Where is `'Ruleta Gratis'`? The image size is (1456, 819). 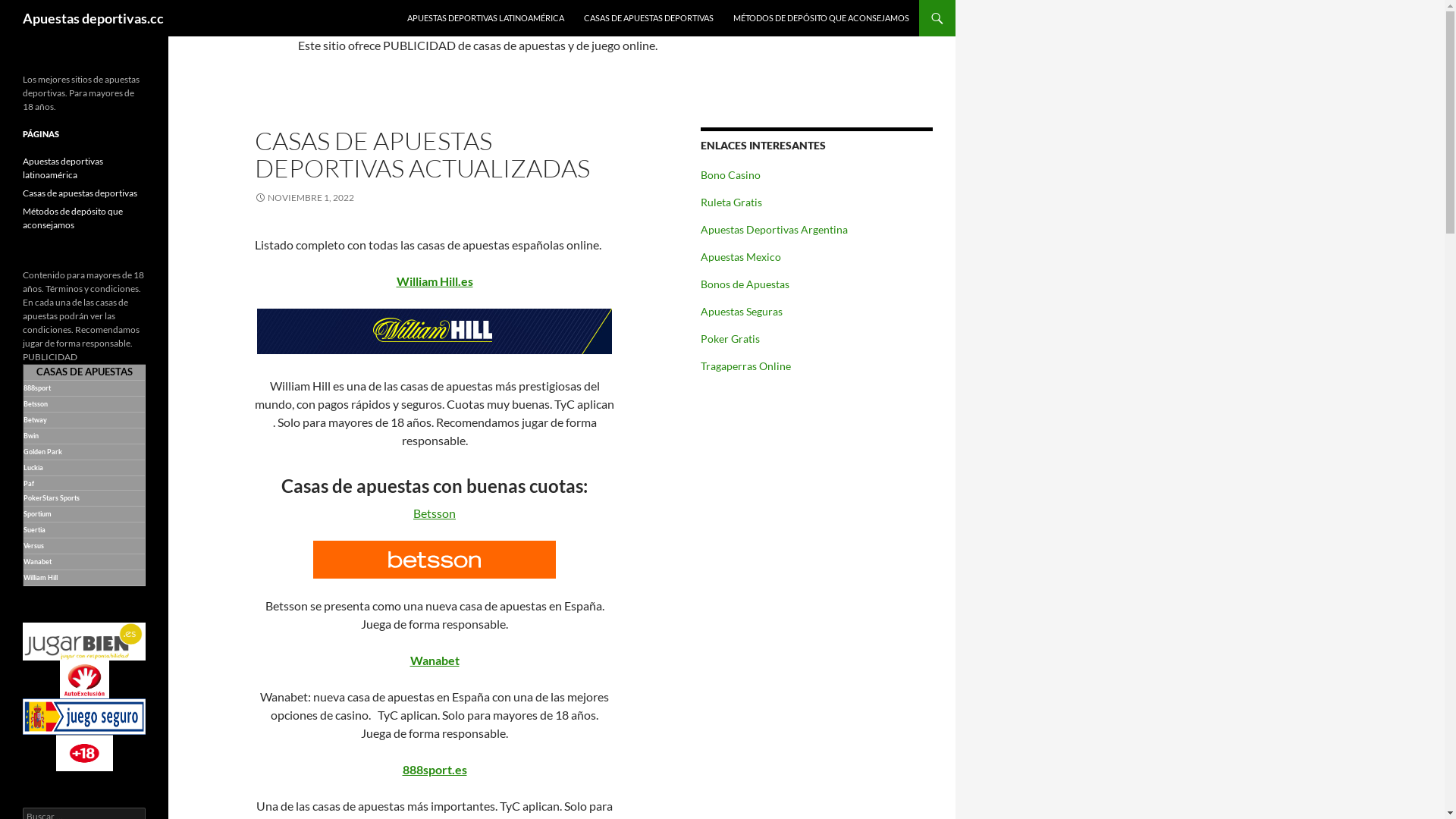
'Ruleta Gratis' is located at coordinates (731, 201).